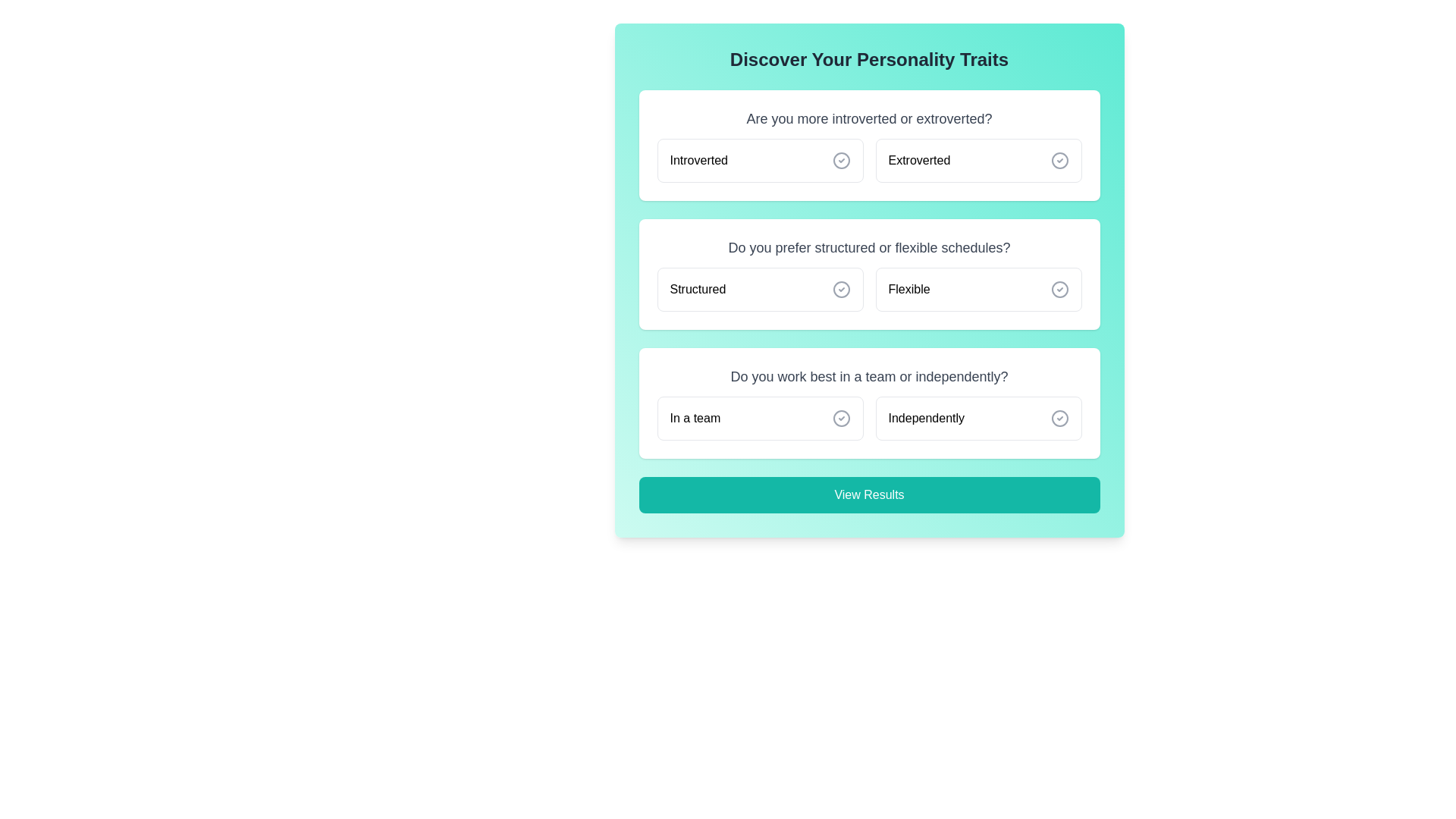 The image size is (1456, 819). I want to click on the 'Flexible' label located to the right of 'Structured' in the 'Discover Your Personality Traits' section, so click(909, 289).